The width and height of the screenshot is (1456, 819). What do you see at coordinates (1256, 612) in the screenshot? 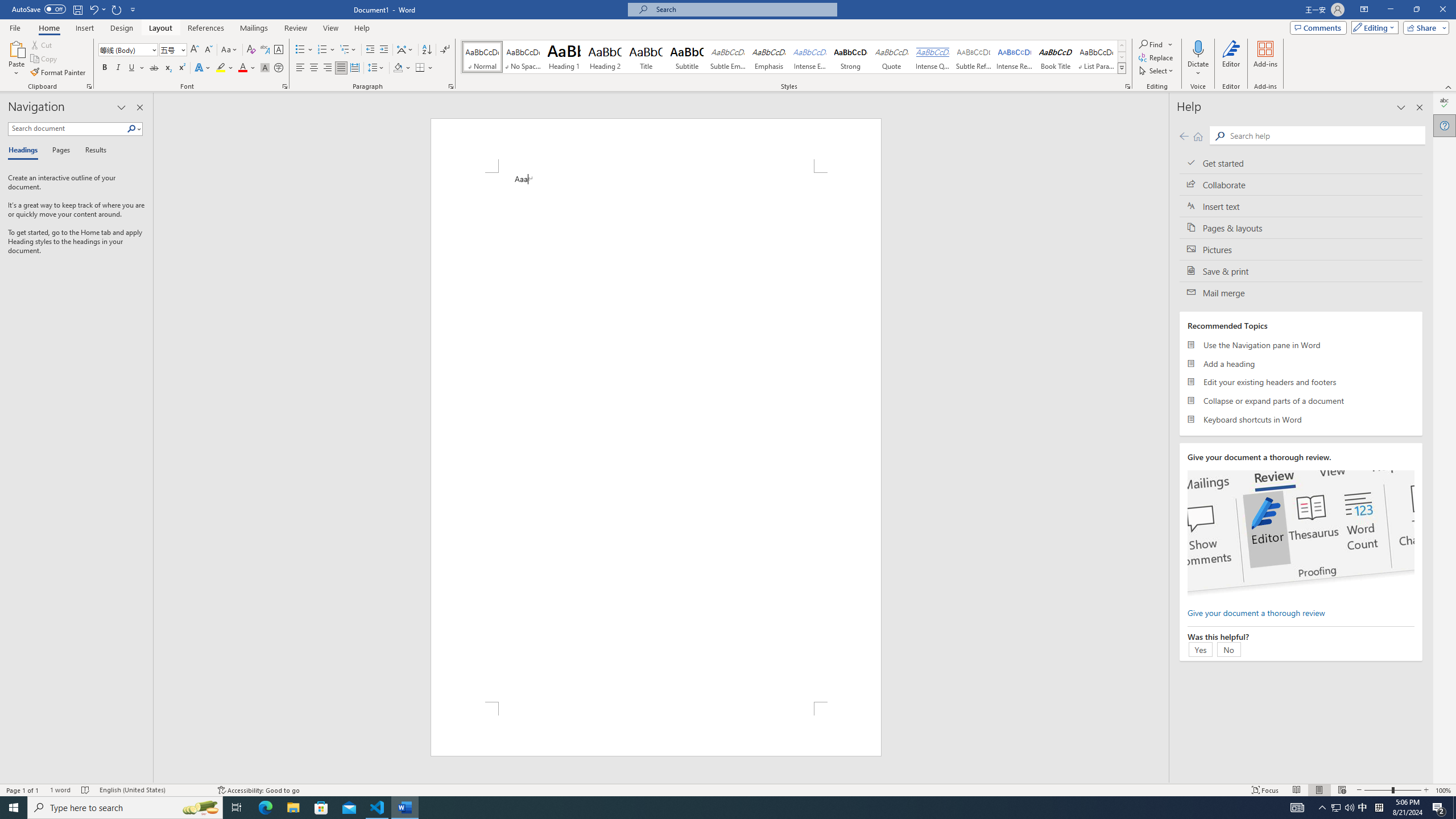
I see `'Give your document a thorough review'` at bounding box center [1256, 612].